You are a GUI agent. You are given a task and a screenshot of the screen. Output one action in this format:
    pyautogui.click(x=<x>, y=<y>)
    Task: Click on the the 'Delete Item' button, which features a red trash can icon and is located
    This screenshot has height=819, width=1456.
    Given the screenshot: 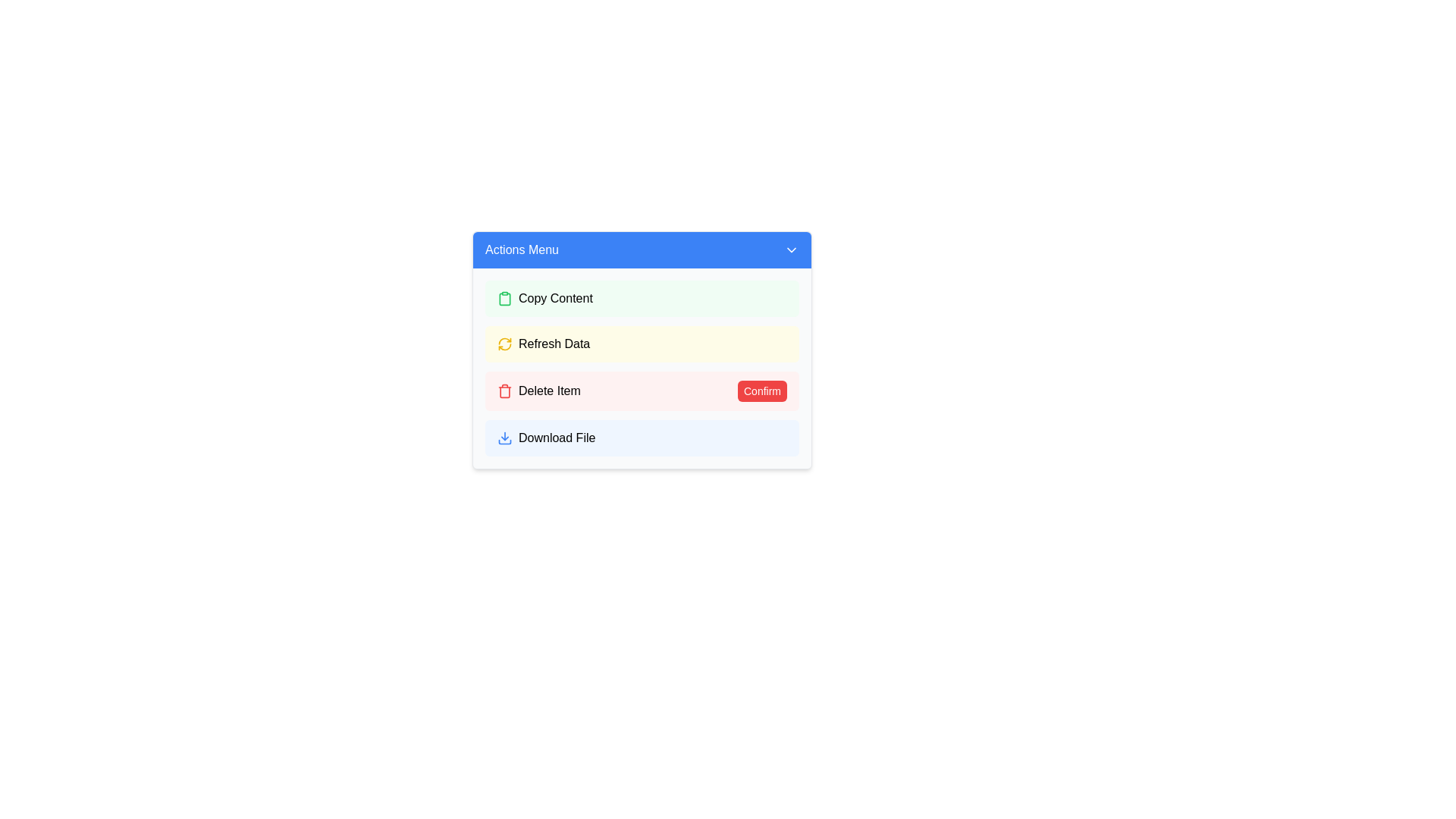 What is the action you would take?
    pyautogui.click(x=538, y=391)
    